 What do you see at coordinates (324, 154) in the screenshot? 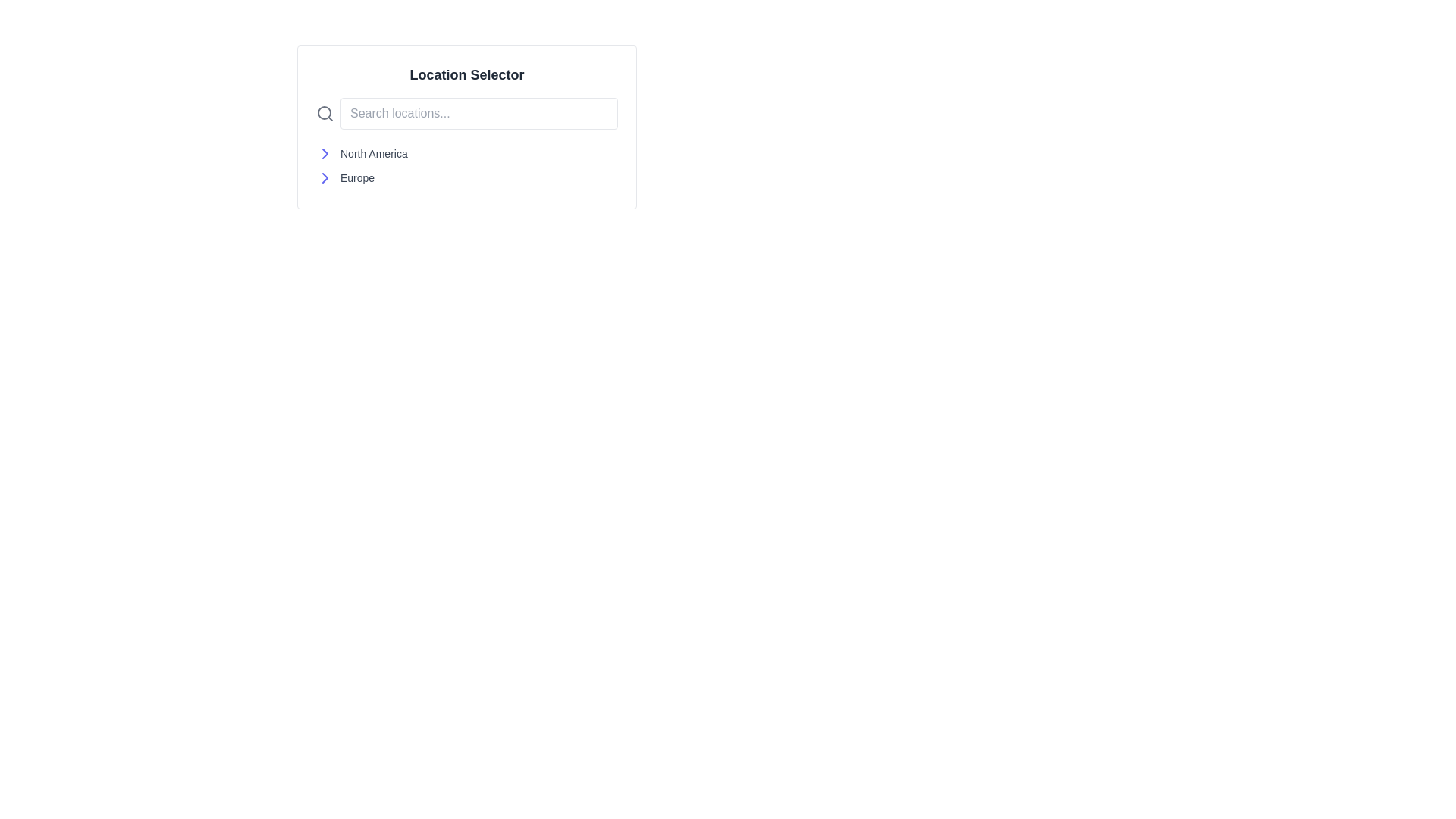
I see `the Chevron Right icon` at bounding box center [324, 154].